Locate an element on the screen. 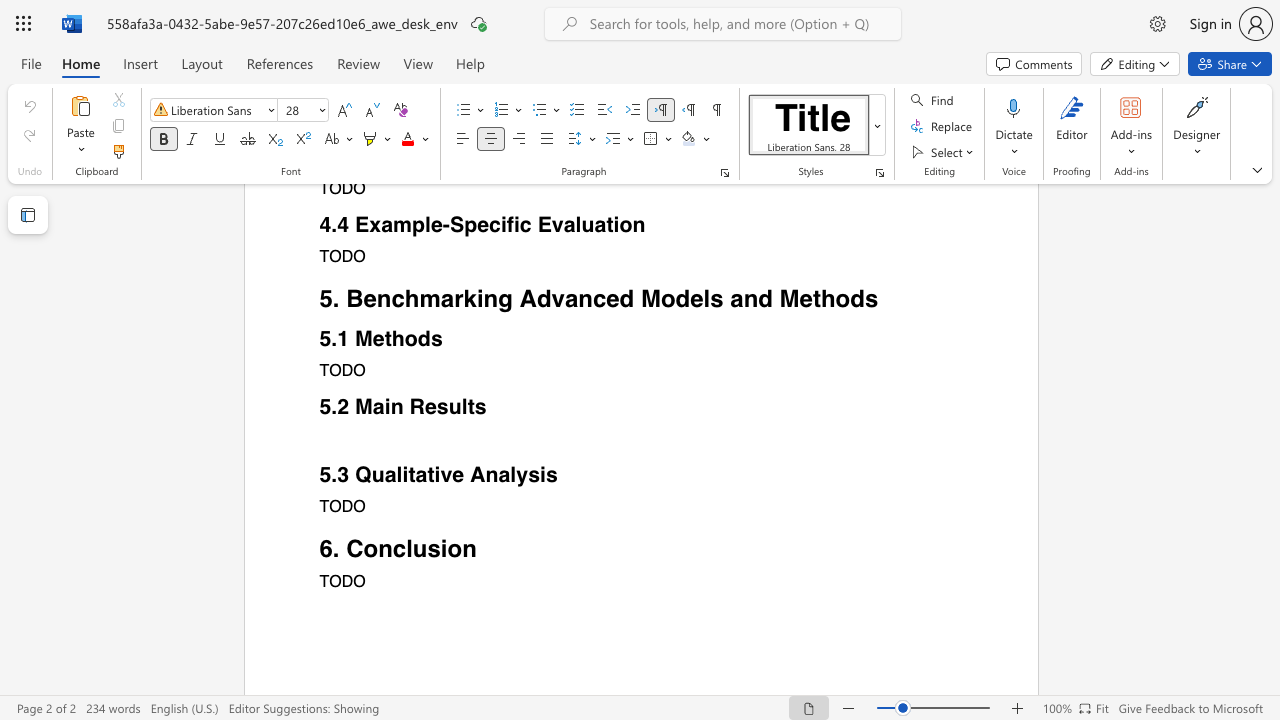  the subset text "nclusi" within the text "6. Conclusion" is located at coordinates (378, 548).